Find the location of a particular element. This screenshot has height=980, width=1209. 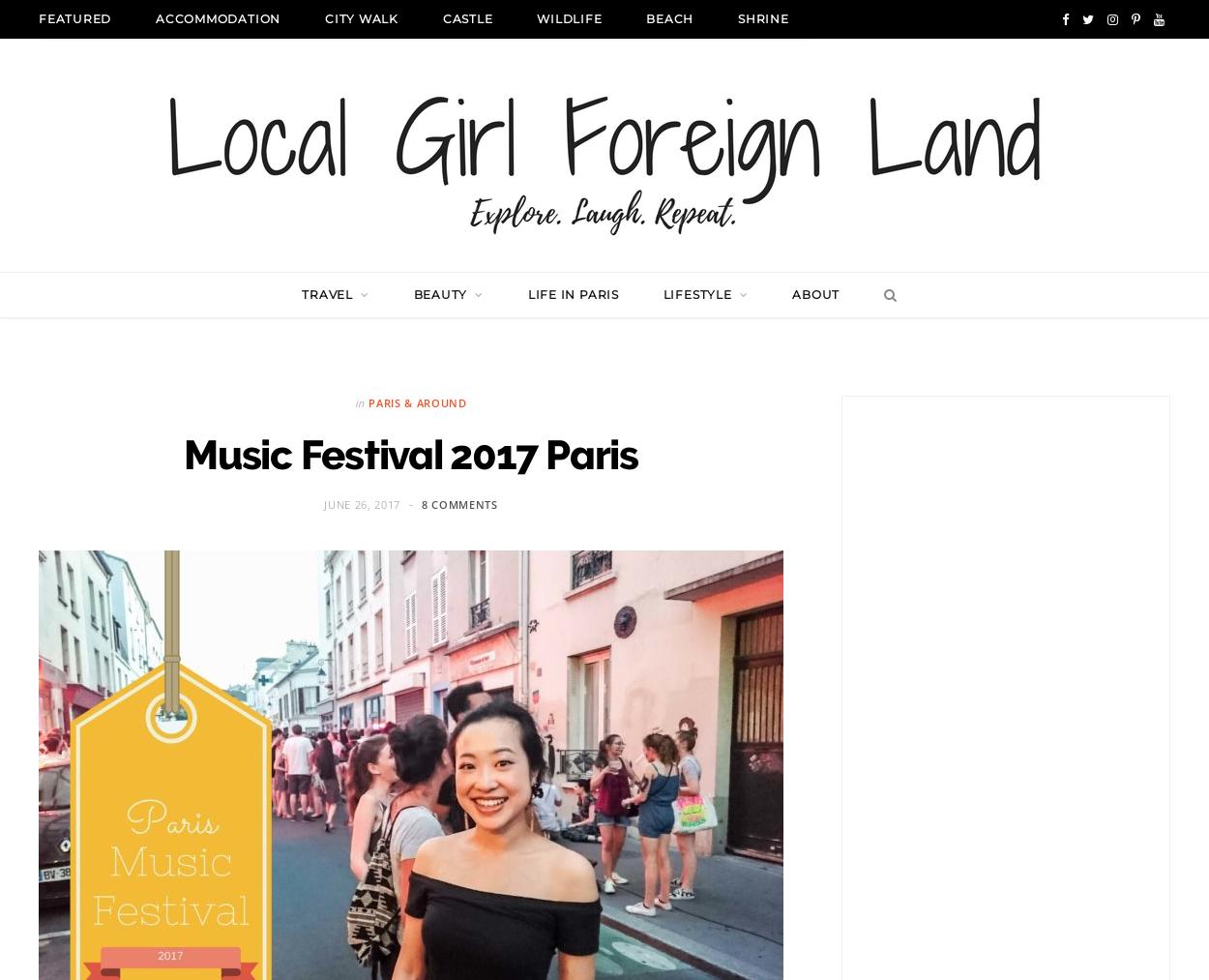

'Taiwan' is located at coordinates (581, 656).